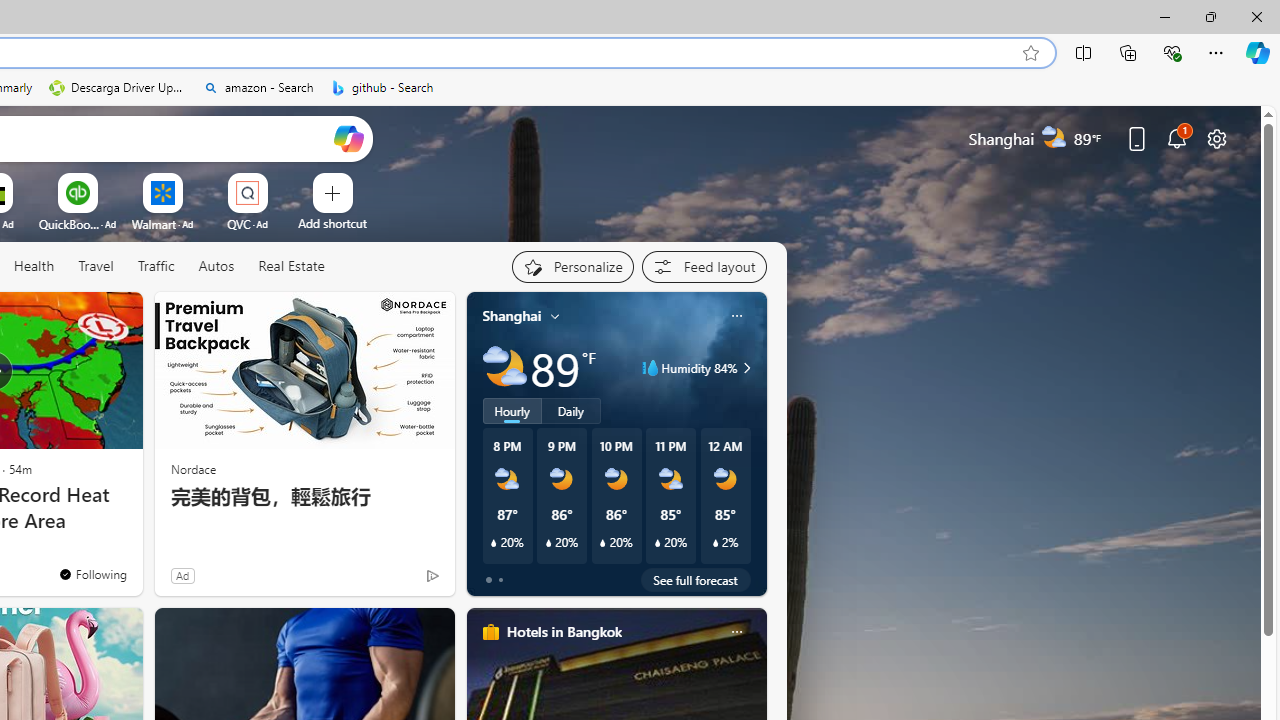 This screenshot has height=720, width=1280. I want to click on 'Partly cloudy', so click(504, 368).